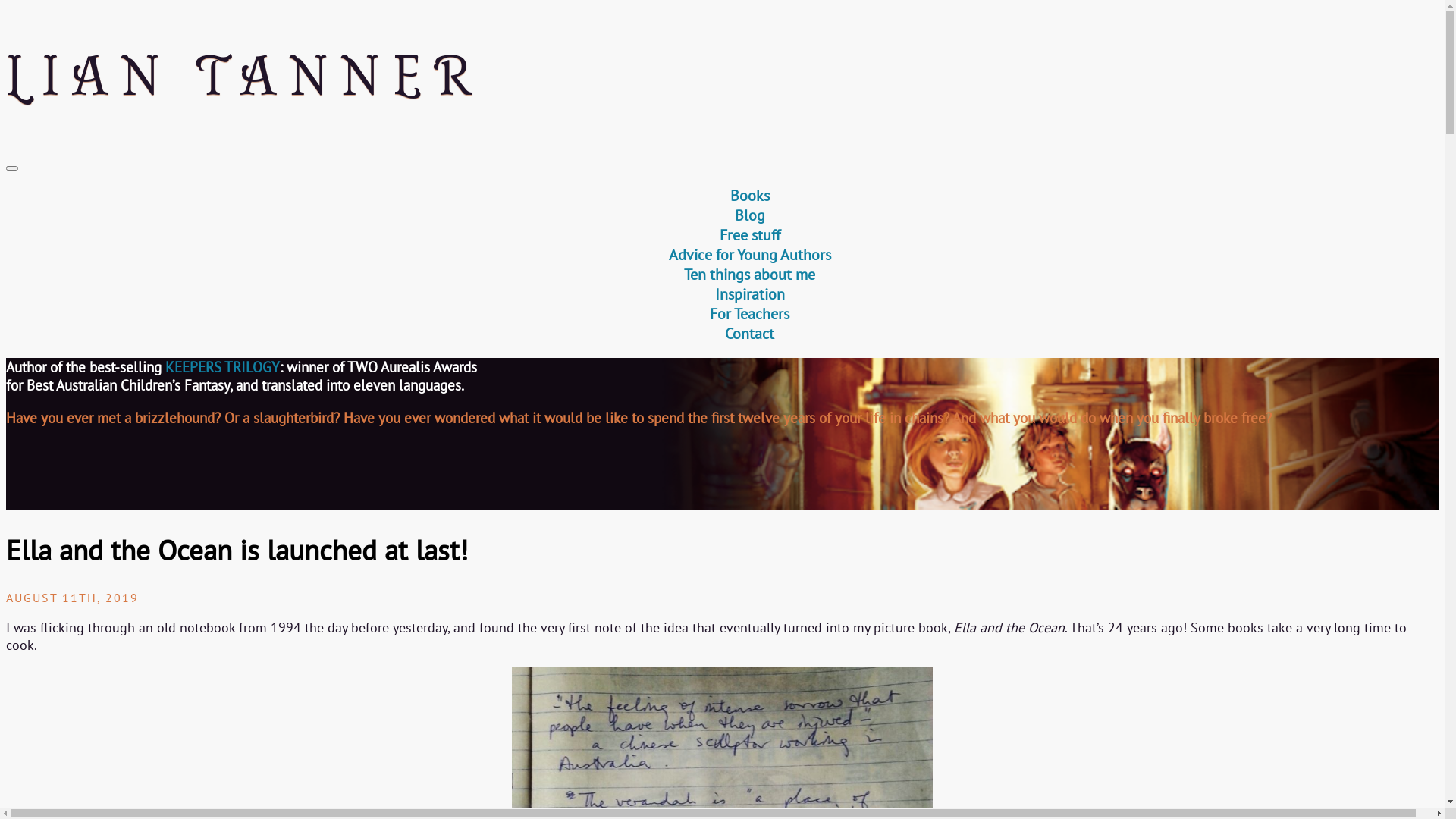 Image resolution: width=1456 pixels, height=819 pixels. Describe the element at coordinates (749, 275) in the screenshot. I see `'Ten things about me'` at that location.